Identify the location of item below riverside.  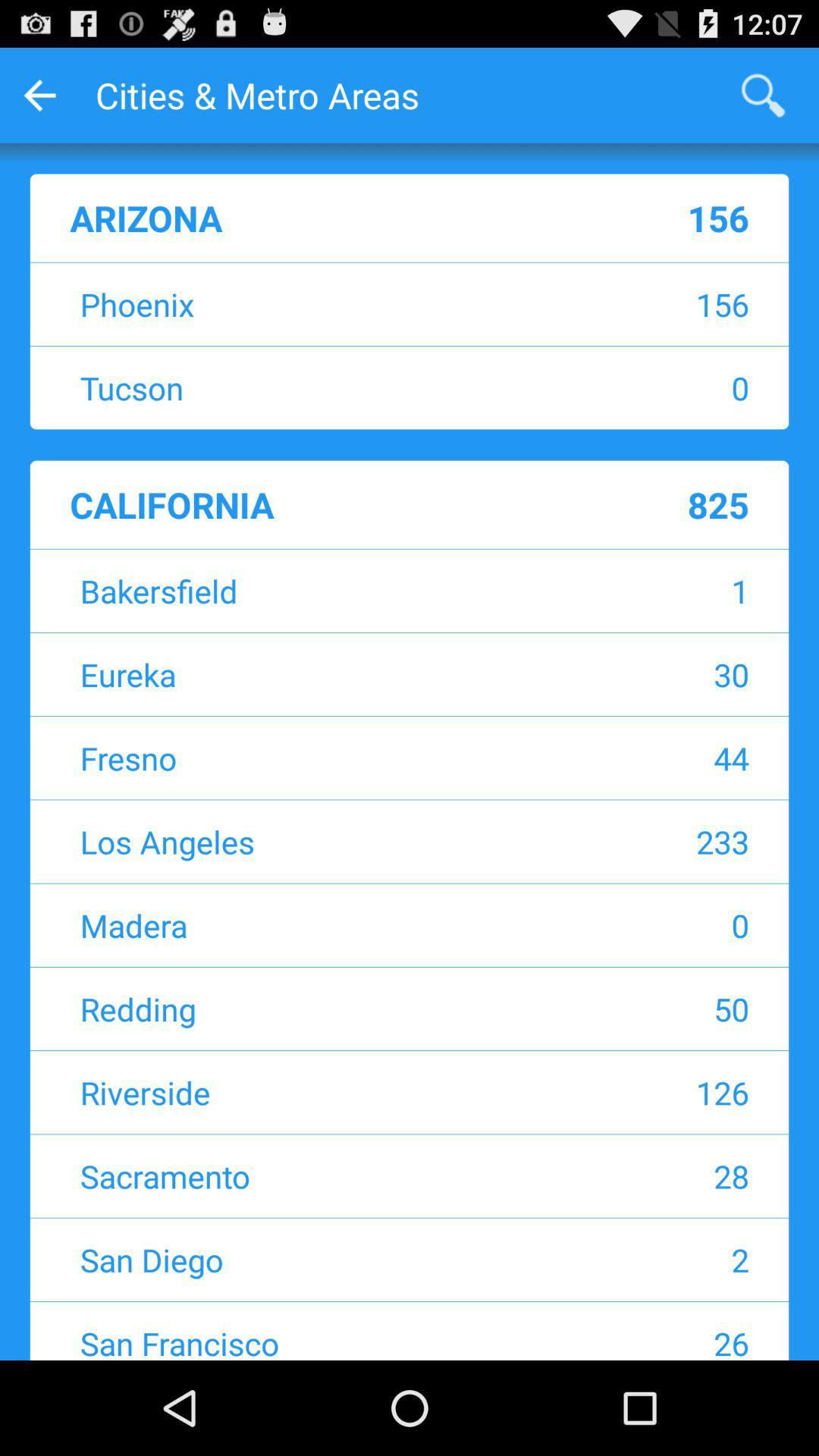
(648, 1175).